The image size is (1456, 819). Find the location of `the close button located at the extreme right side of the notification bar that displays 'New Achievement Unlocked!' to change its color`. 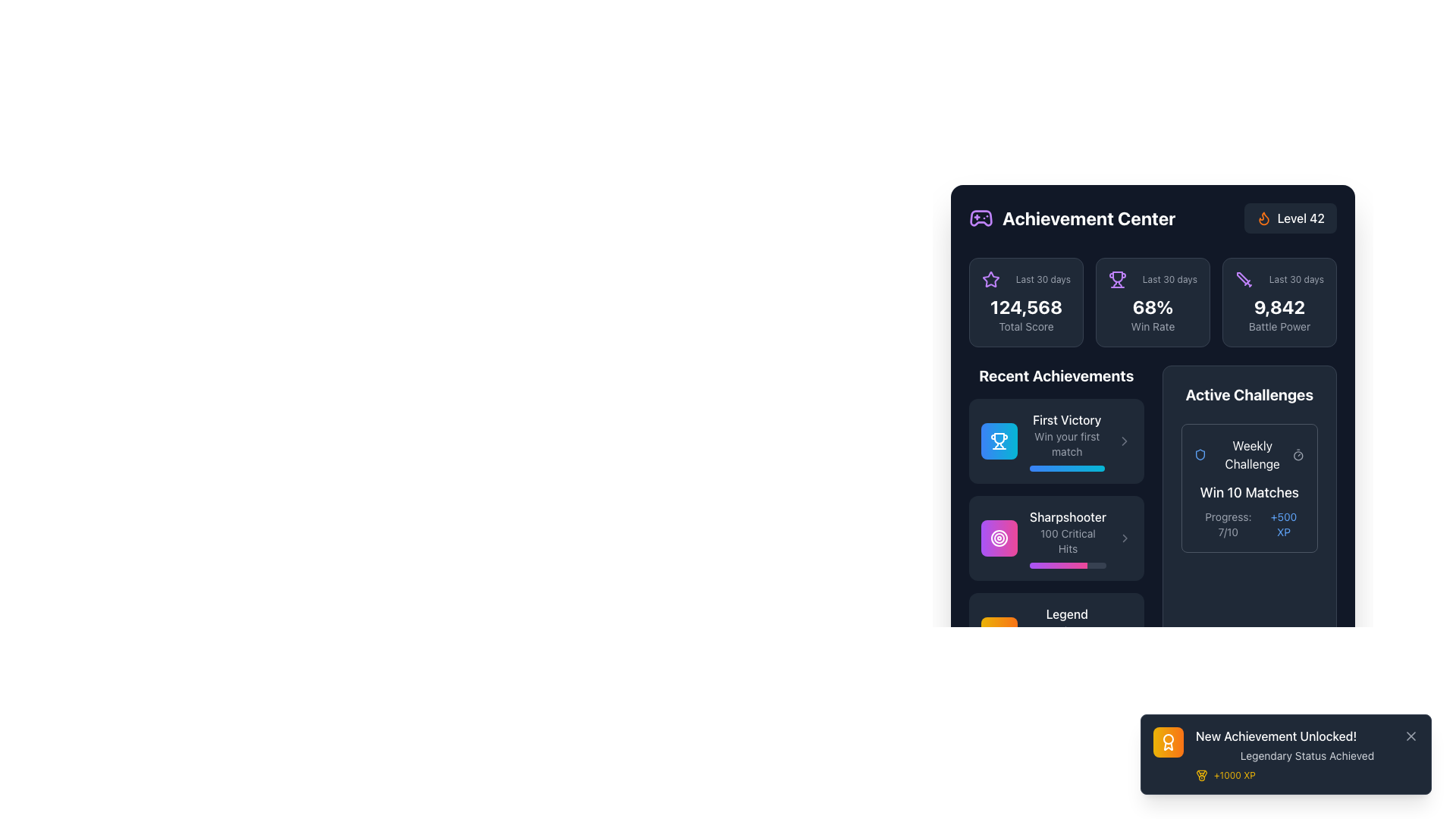

the close button located at the extreme right side of the notification bar that displays 'New Achievement Unlocked!' to change its color is located at coordinates (1410, 736).